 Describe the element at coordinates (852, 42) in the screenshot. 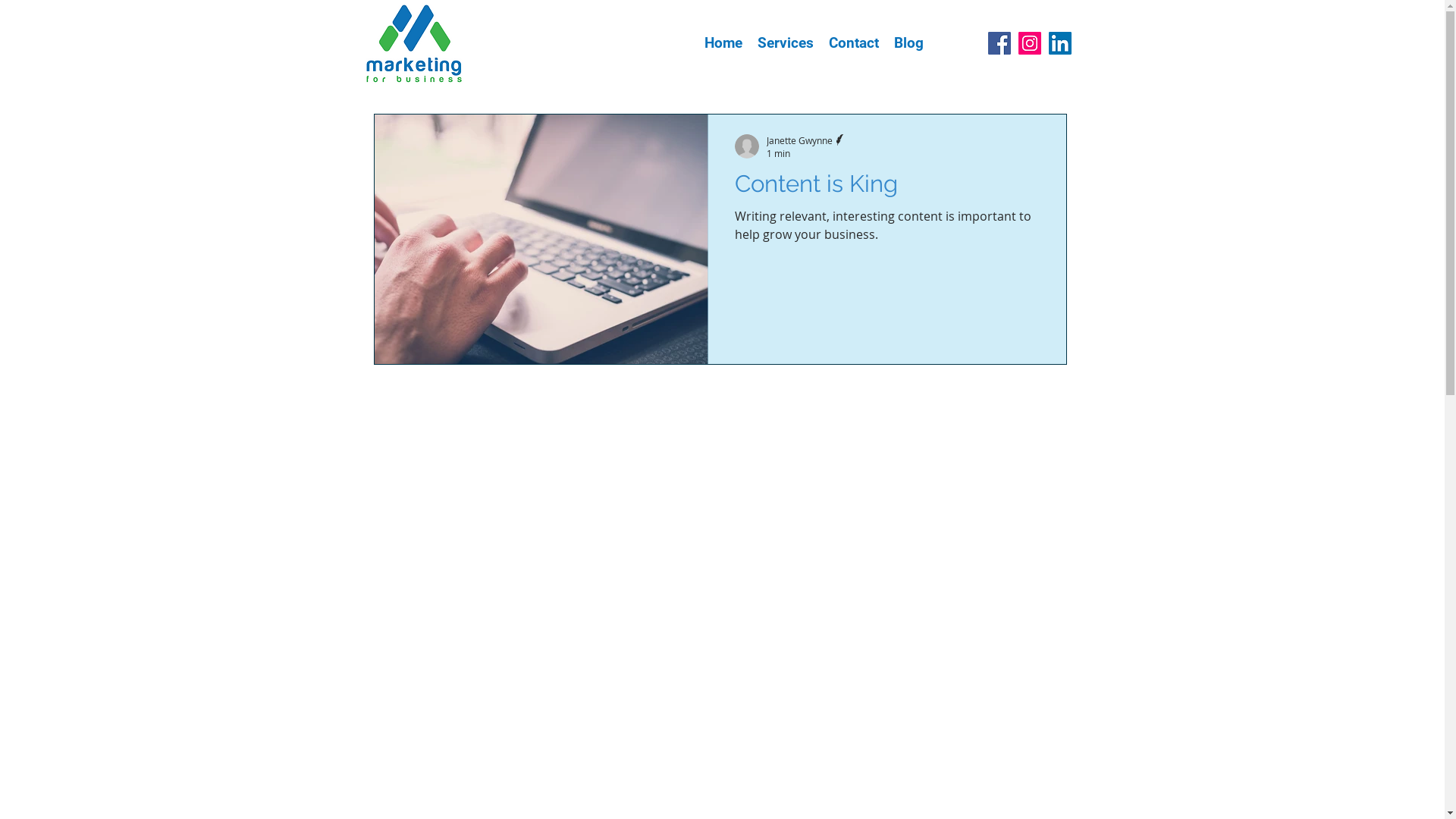

I see `'Contact'` at that location.